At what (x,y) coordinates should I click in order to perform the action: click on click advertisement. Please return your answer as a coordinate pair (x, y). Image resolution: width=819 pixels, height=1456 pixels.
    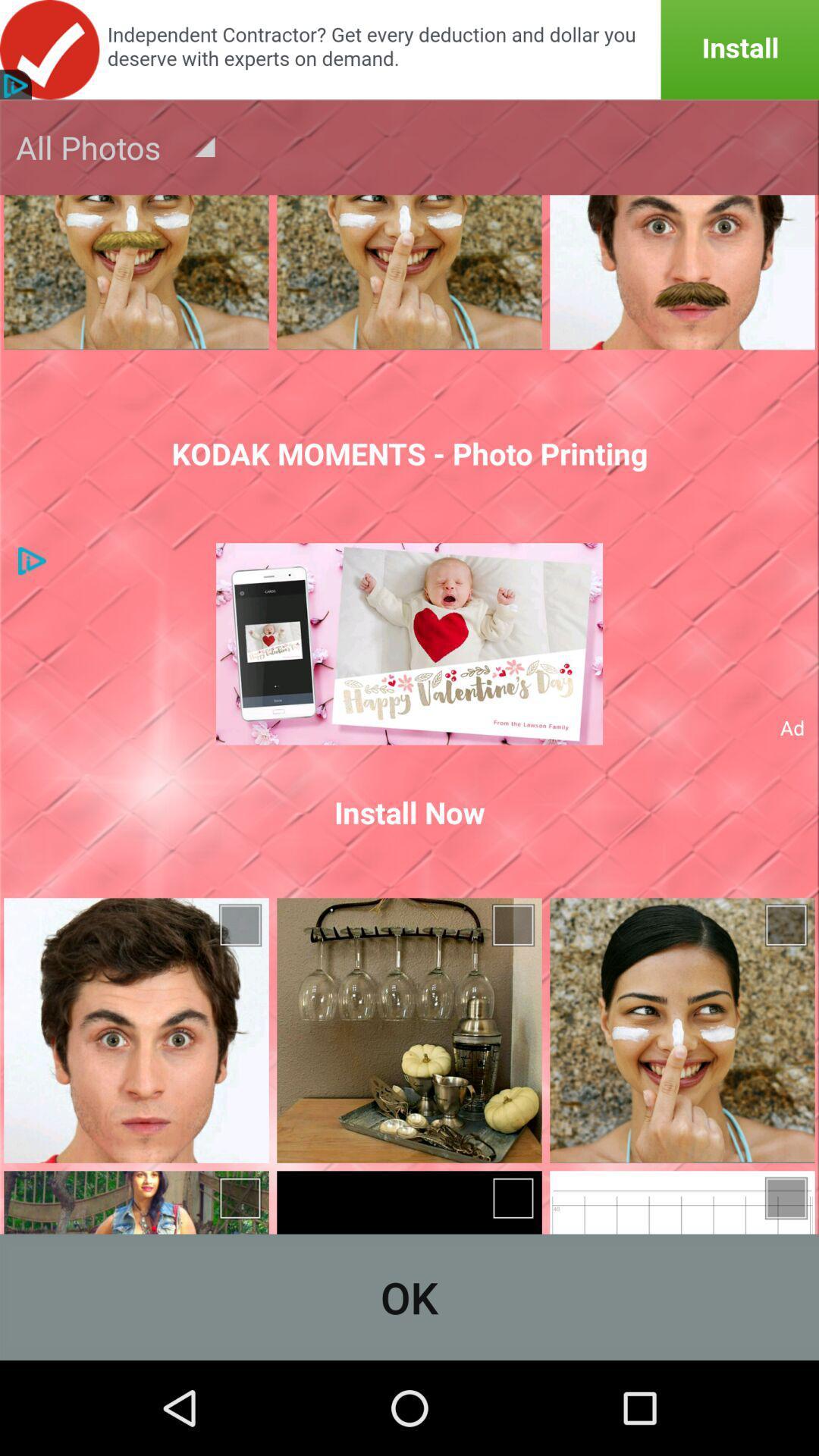
    Looking at the image, I should click on (409, 49).